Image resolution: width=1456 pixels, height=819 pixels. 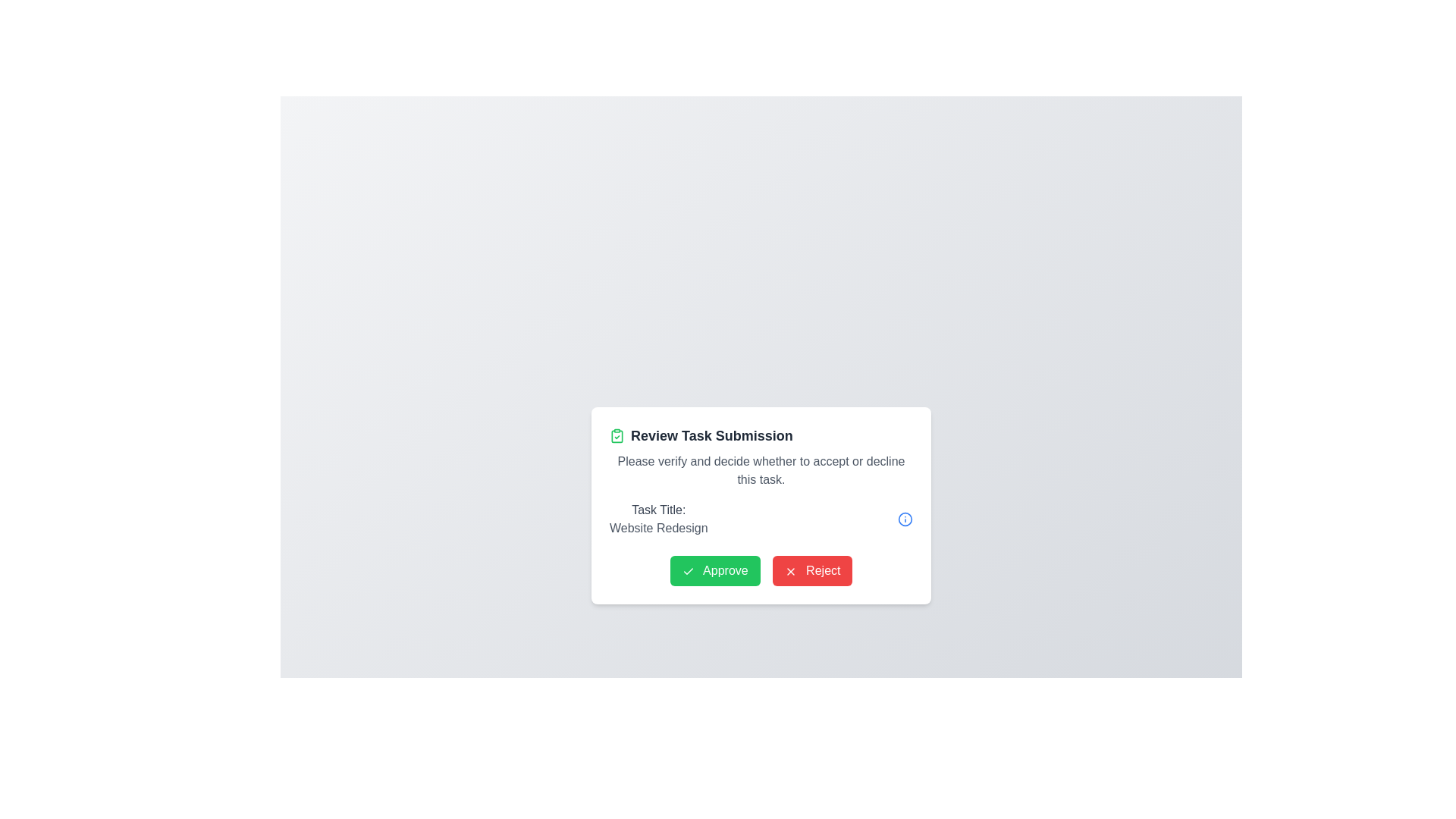 What do you see at coordinates (789, 571) in the screenshot?
I see `the 'X' icon within the red rectangular button labeled 'Reject' at the bottom-right section of the modal` at bounding box center [789, 571].